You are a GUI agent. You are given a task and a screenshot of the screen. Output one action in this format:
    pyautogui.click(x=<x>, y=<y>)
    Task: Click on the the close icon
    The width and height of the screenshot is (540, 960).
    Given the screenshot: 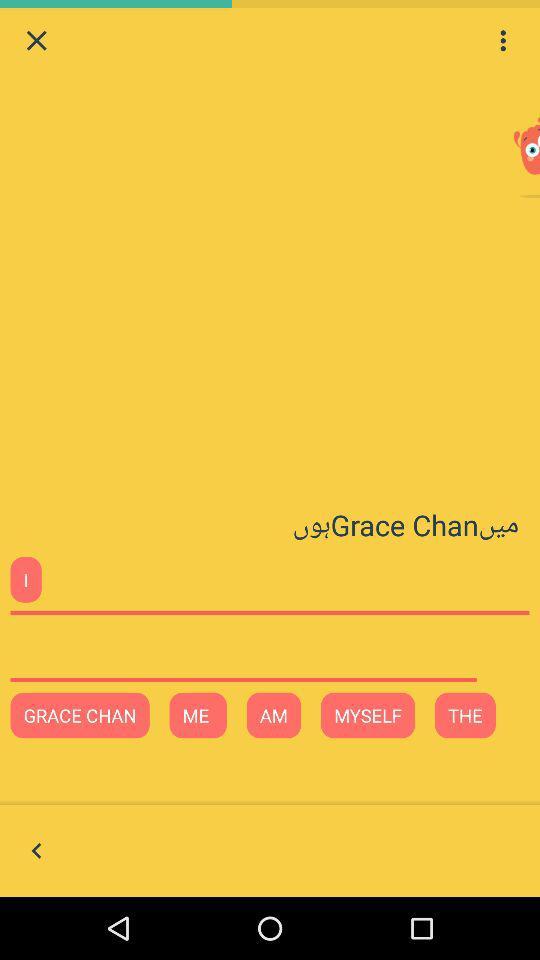 What is the action you would take?
    pyautogui.click(x=36, y=42)
    